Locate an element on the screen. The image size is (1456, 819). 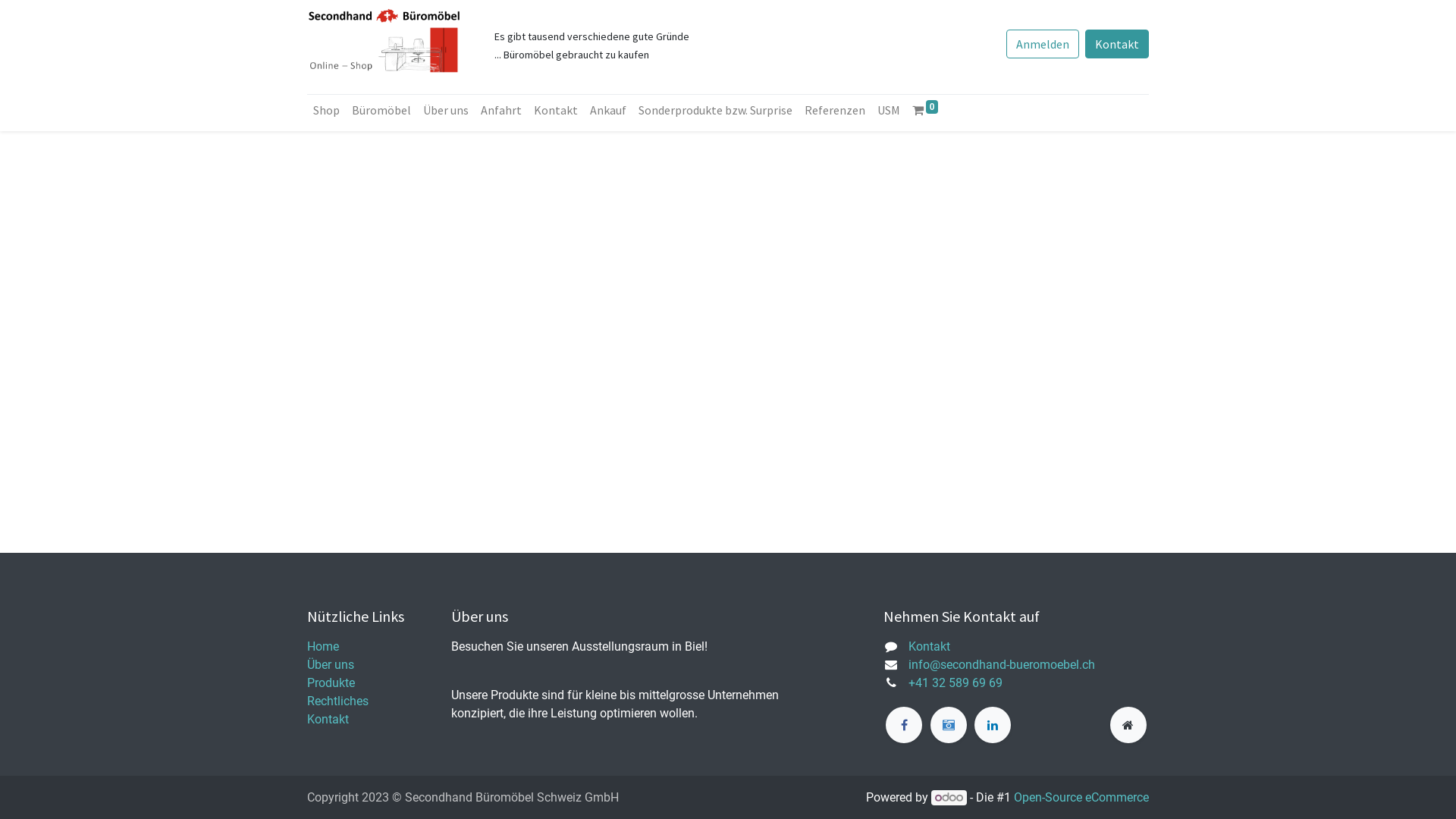
'Kontakt' is located at coordinates (928, 646).